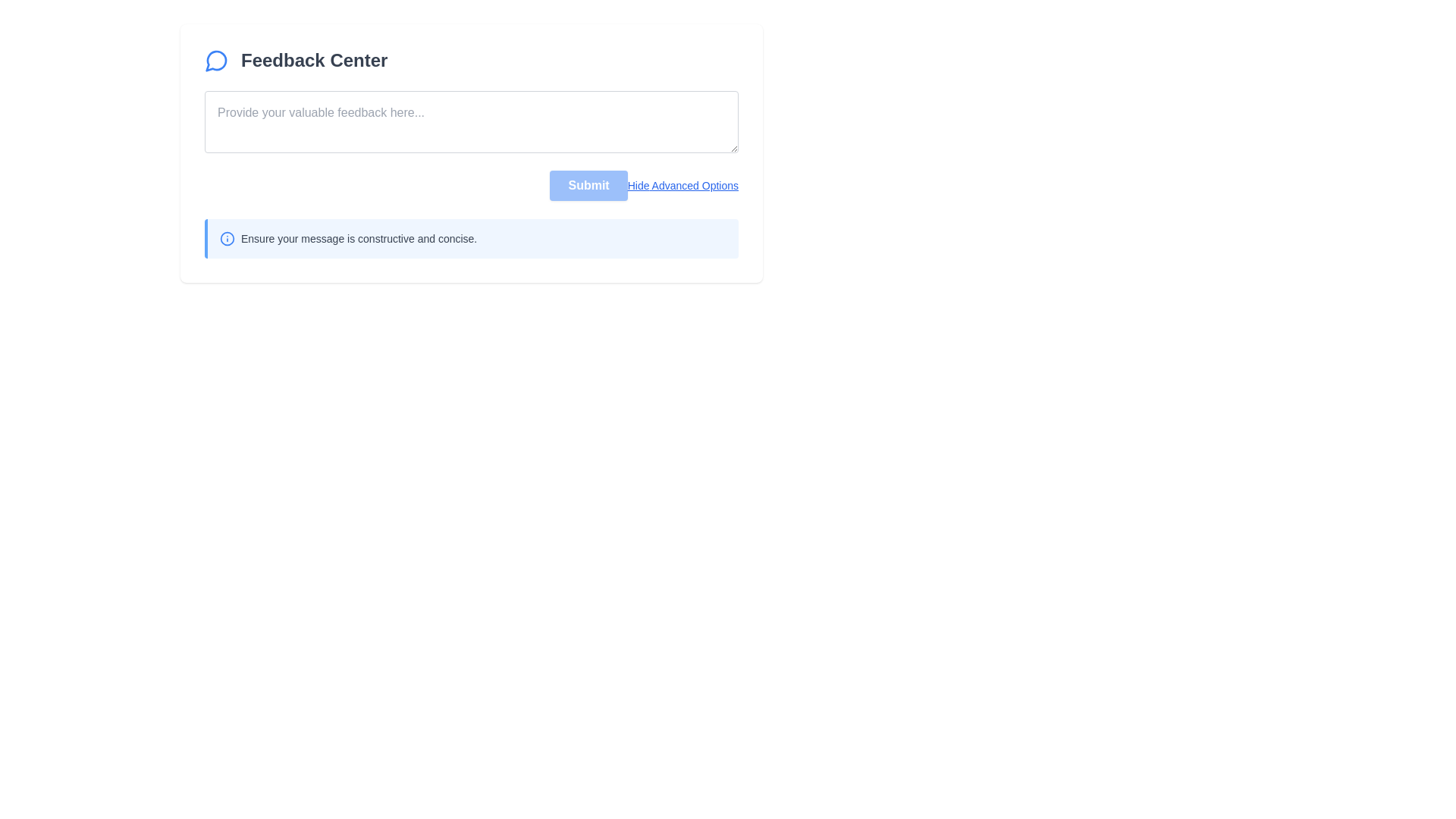 Image resolution: width=1456 pixels, height=819 pixels. I want to click on the circular outline icon with a blue stroke, located near the text 'Ensure your message is constructive and concise.', so click(226, 239).